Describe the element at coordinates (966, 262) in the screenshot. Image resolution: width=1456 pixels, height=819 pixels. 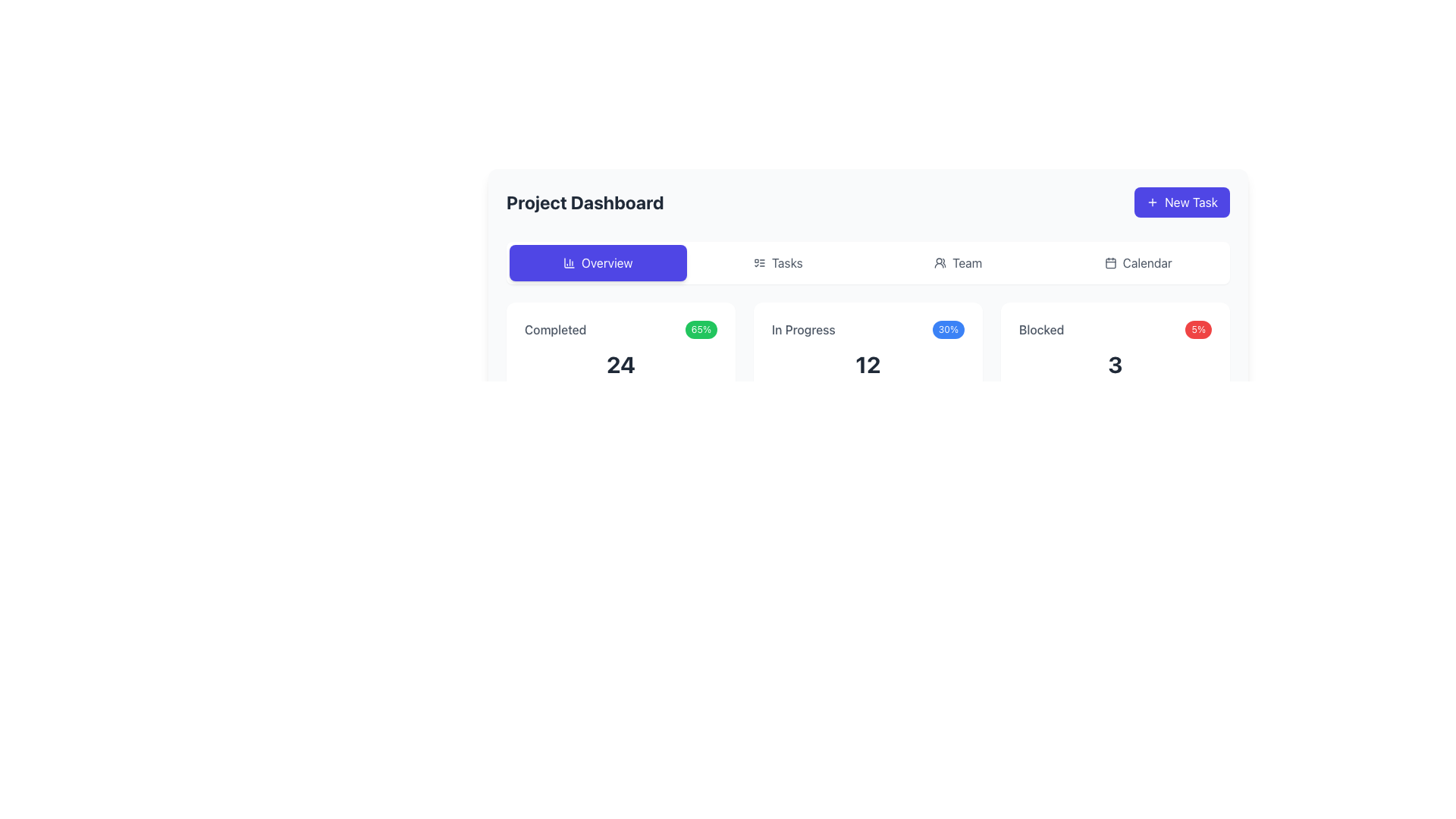
I see `the 'Team' text label in the navigation bar` at that location.